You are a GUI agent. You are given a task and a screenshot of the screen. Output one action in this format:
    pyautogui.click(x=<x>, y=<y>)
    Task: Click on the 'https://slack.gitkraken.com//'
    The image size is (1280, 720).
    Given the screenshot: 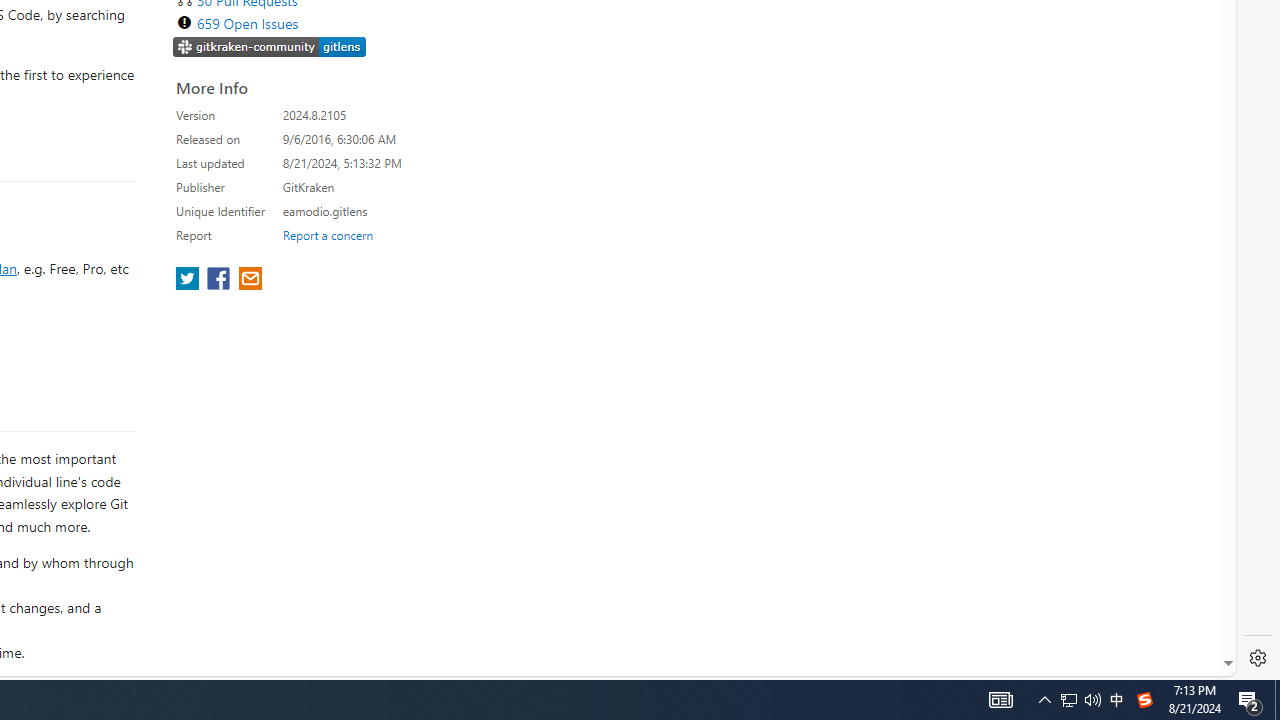 What is the action you would take?
    pyautogui.click(x=269, y=45)
    